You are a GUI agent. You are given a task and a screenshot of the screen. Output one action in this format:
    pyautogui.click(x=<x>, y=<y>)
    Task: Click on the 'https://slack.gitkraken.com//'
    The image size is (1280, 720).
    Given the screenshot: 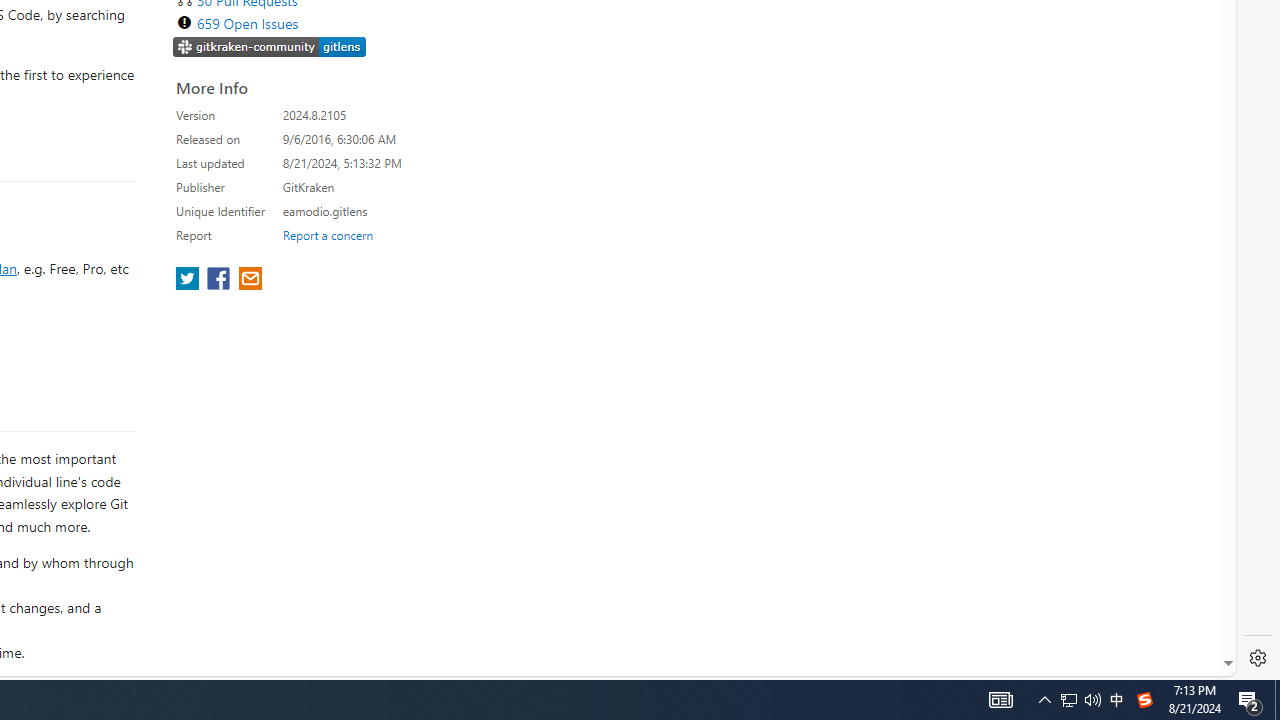 What is the action you would take?
    pyautogui.click(x=269, y=45)
    